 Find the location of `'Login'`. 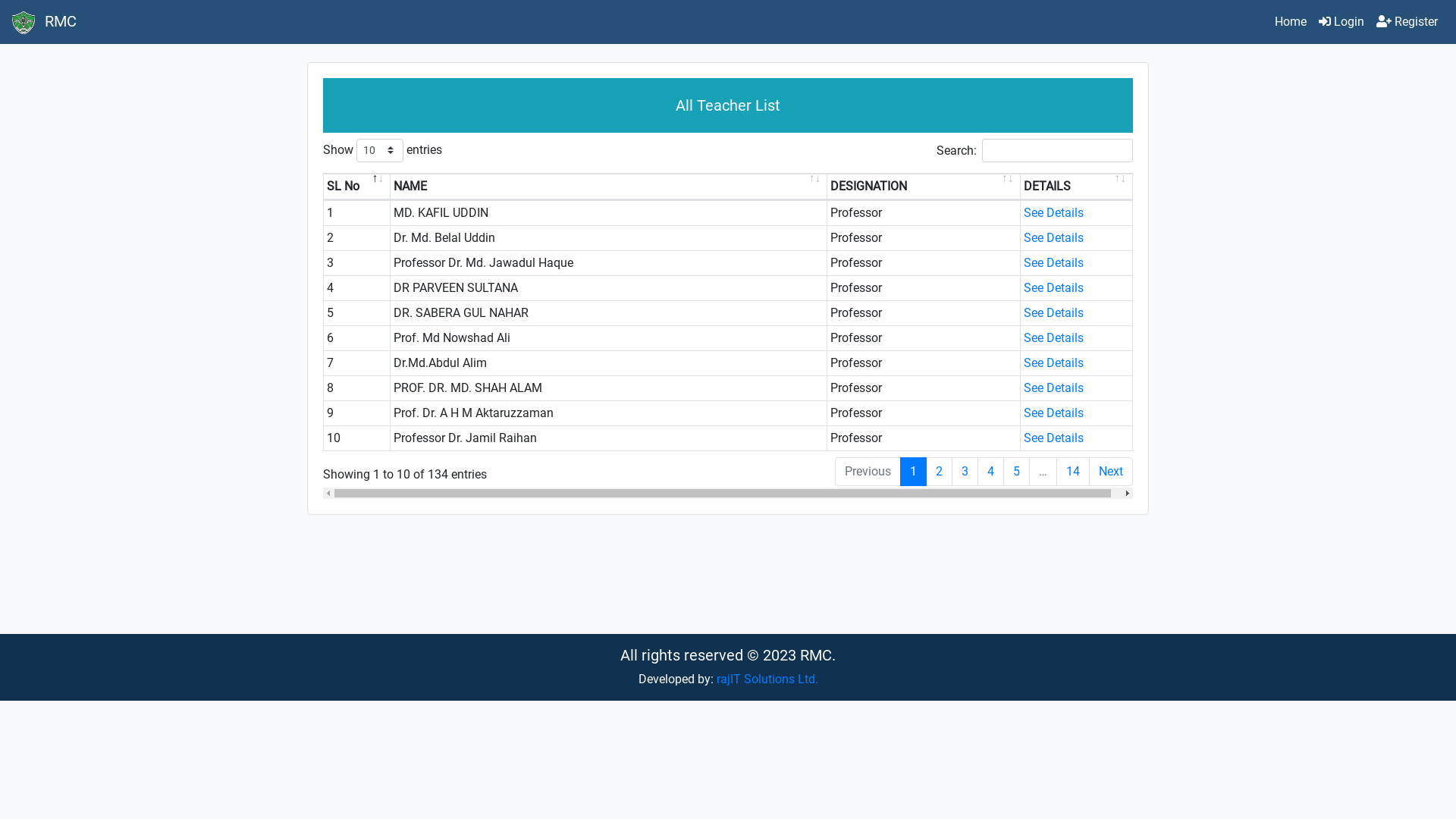

'Login' is located at coordinates (1341, 22).